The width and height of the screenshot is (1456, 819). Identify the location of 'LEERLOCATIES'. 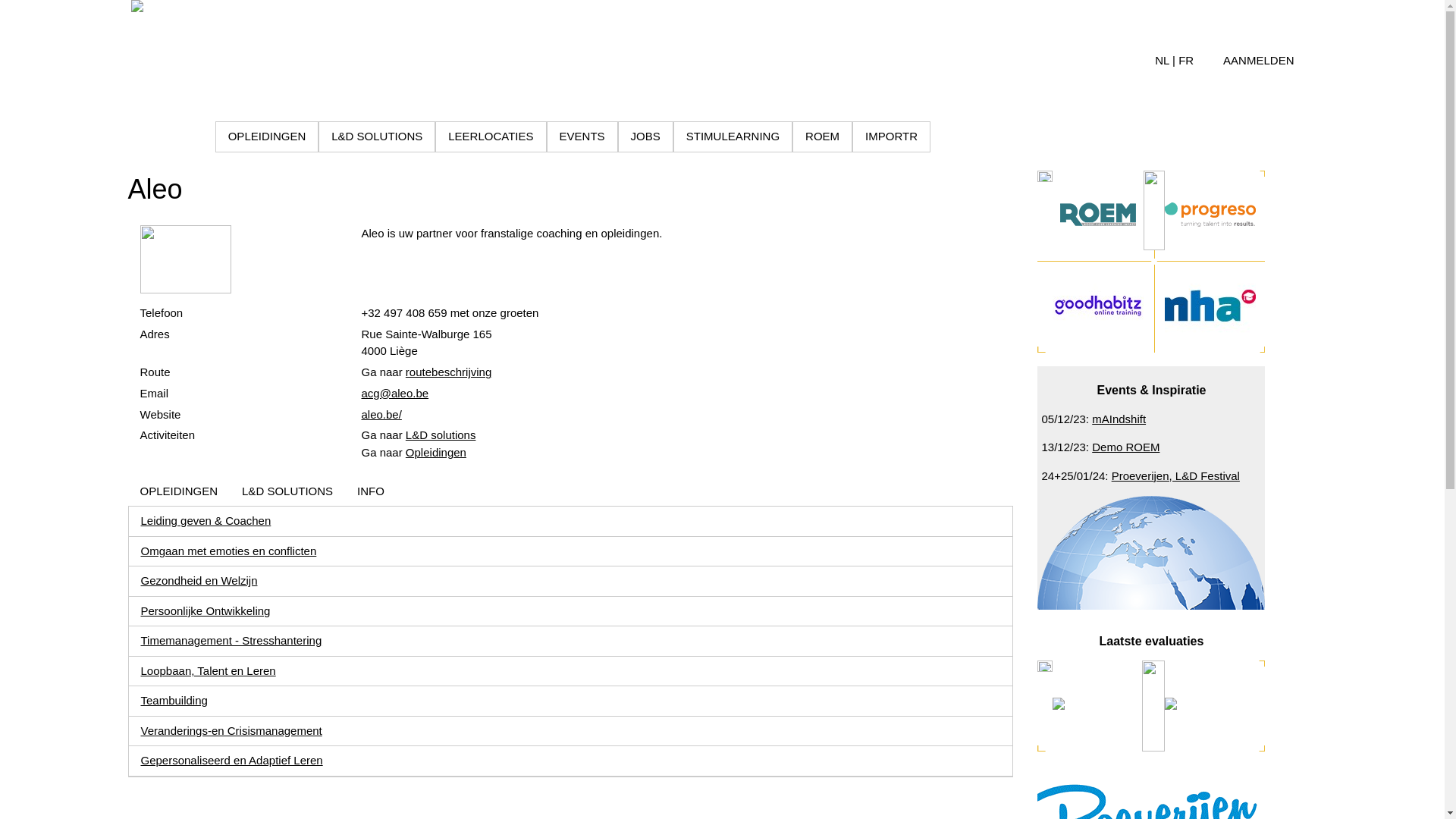
(491, 136).